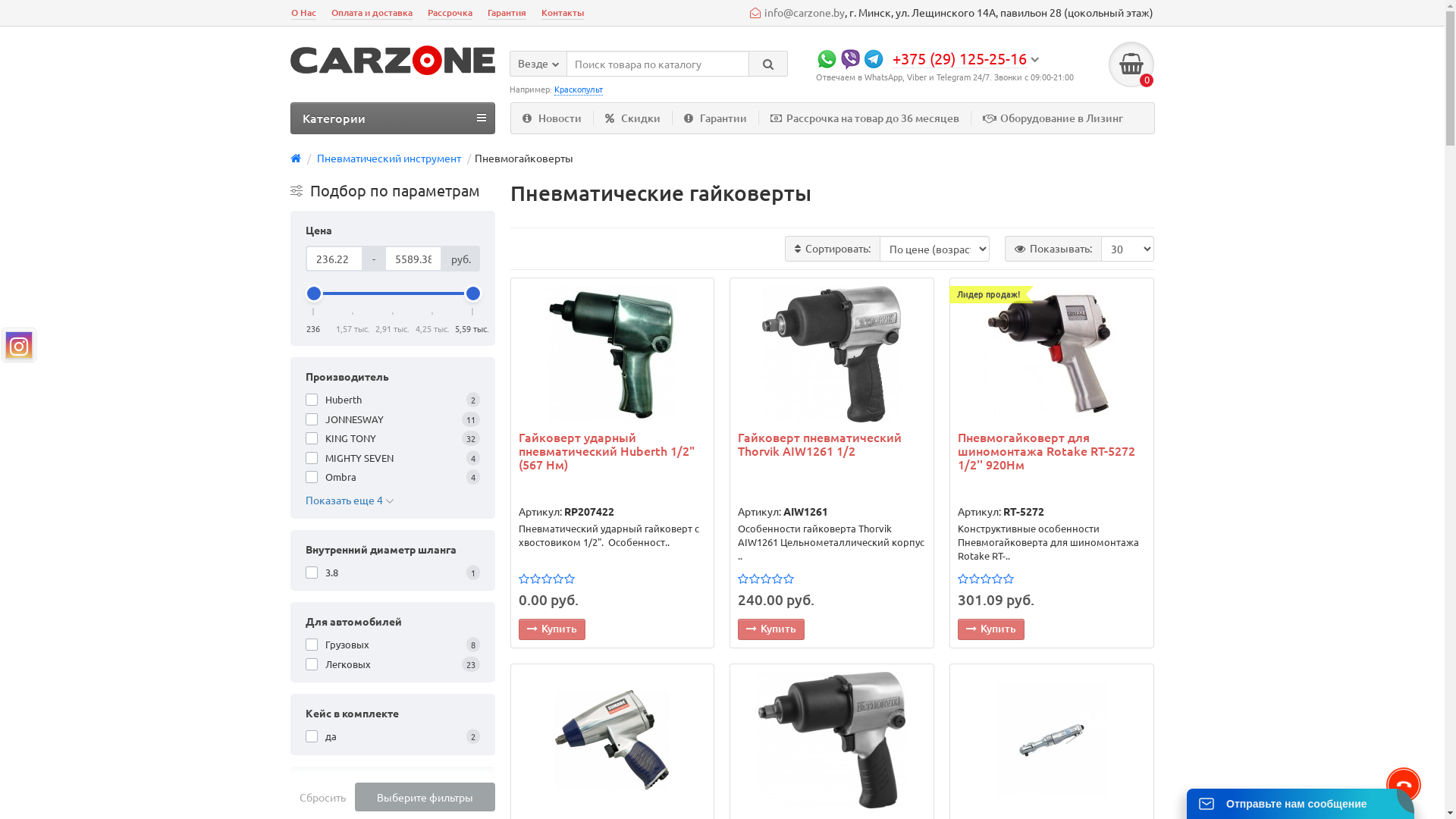 This screenshot has height=819, width=1456. Describe the element at coordinates (392, 457) in the screenshot. I see `'MIGHTY SEVEN` at that location.